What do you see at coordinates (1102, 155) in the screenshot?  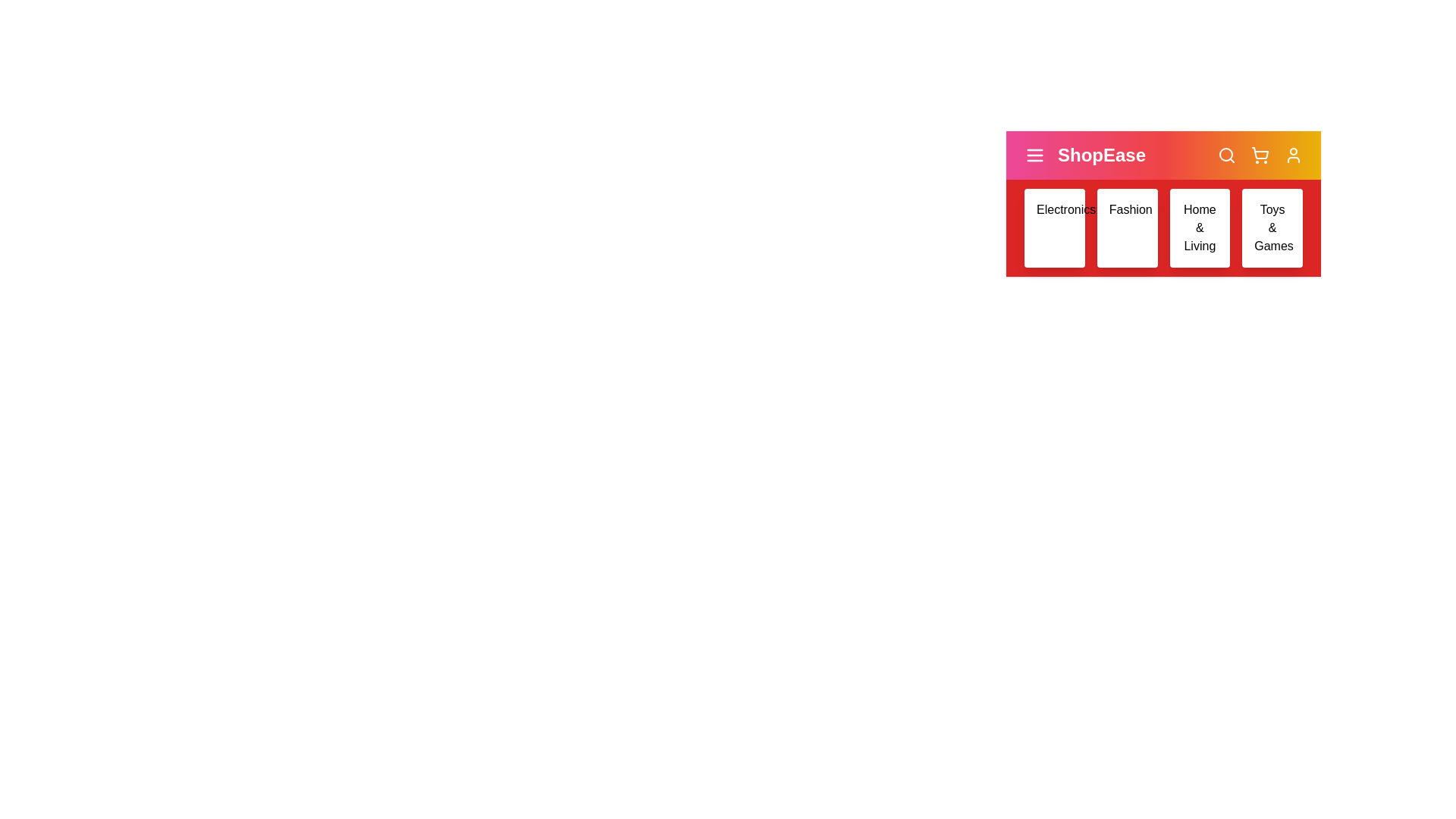 I see `the 'ShopEase' brand name to navigate` at bounding box center [1102, 155].